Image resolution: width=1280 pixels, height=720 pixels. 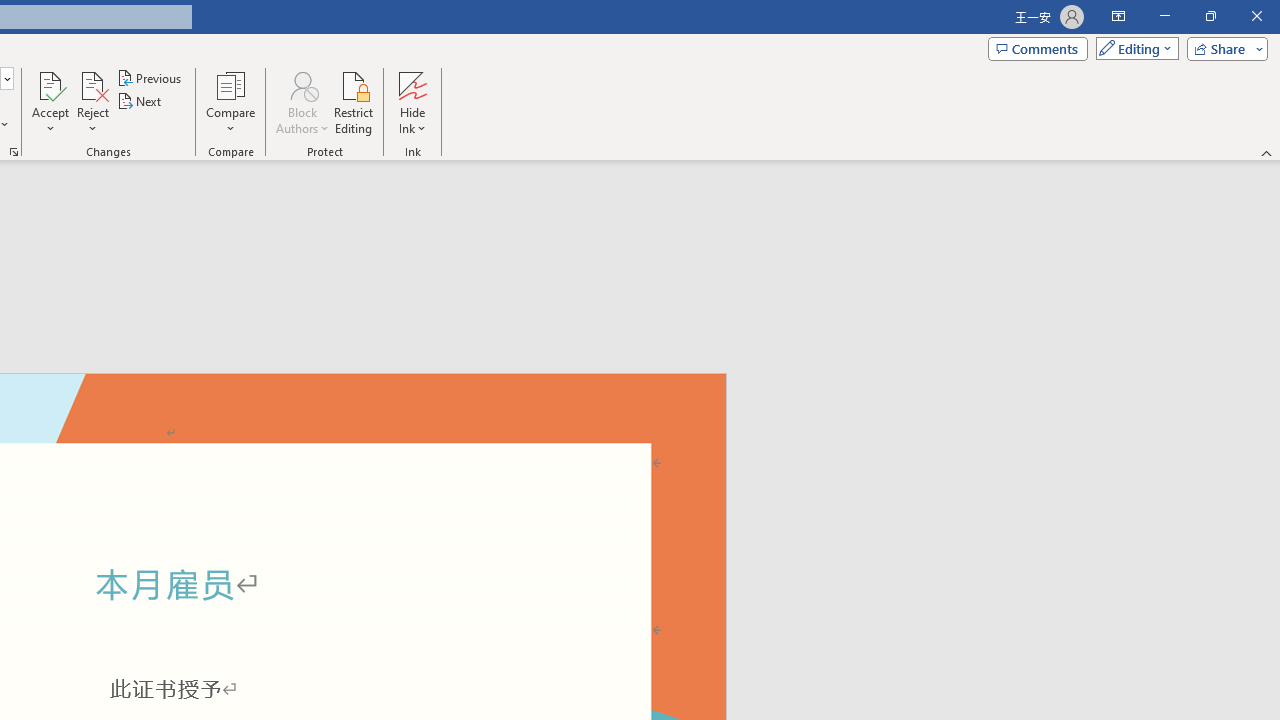 What do you see at coordinates (411, 103) in the screenshot?
I see `'Hide Ink'` at bounding box center [411, 103].